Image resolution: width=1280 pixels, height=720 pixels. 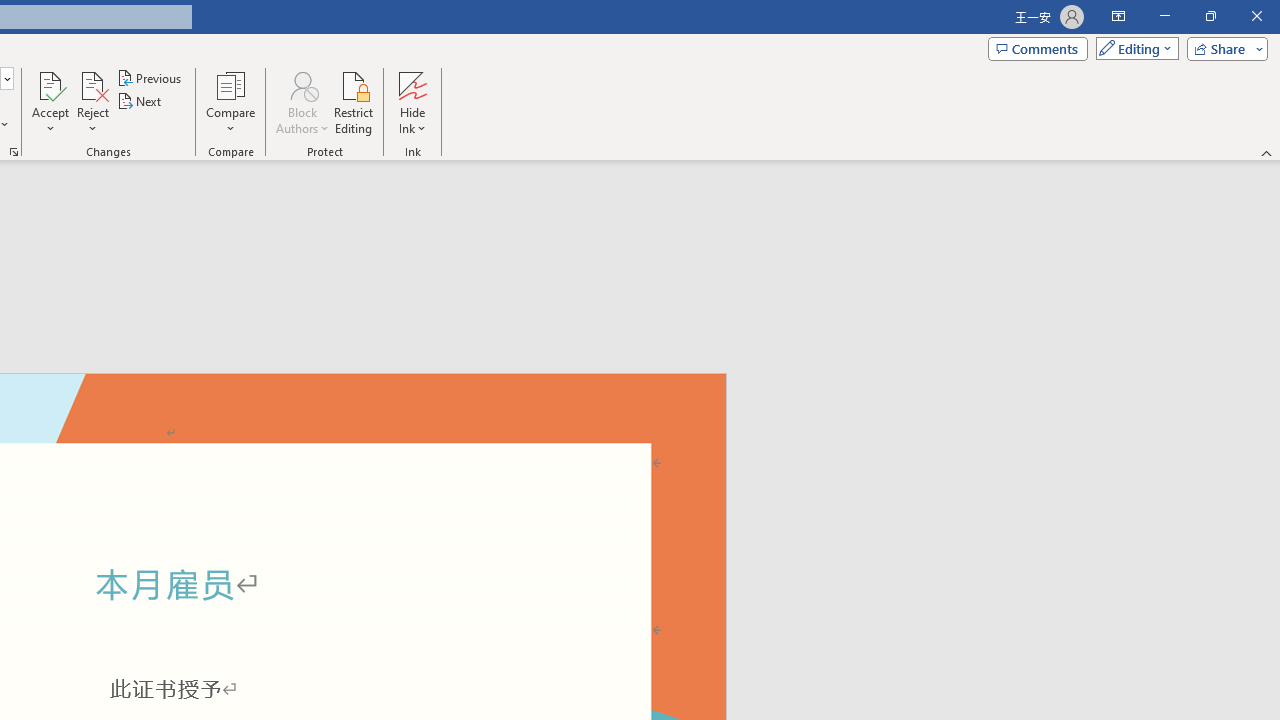 What do you see at coordinates (411, 103) in the screenshot?
I see `'Hide Ink'` at bounding box center [411, 103].